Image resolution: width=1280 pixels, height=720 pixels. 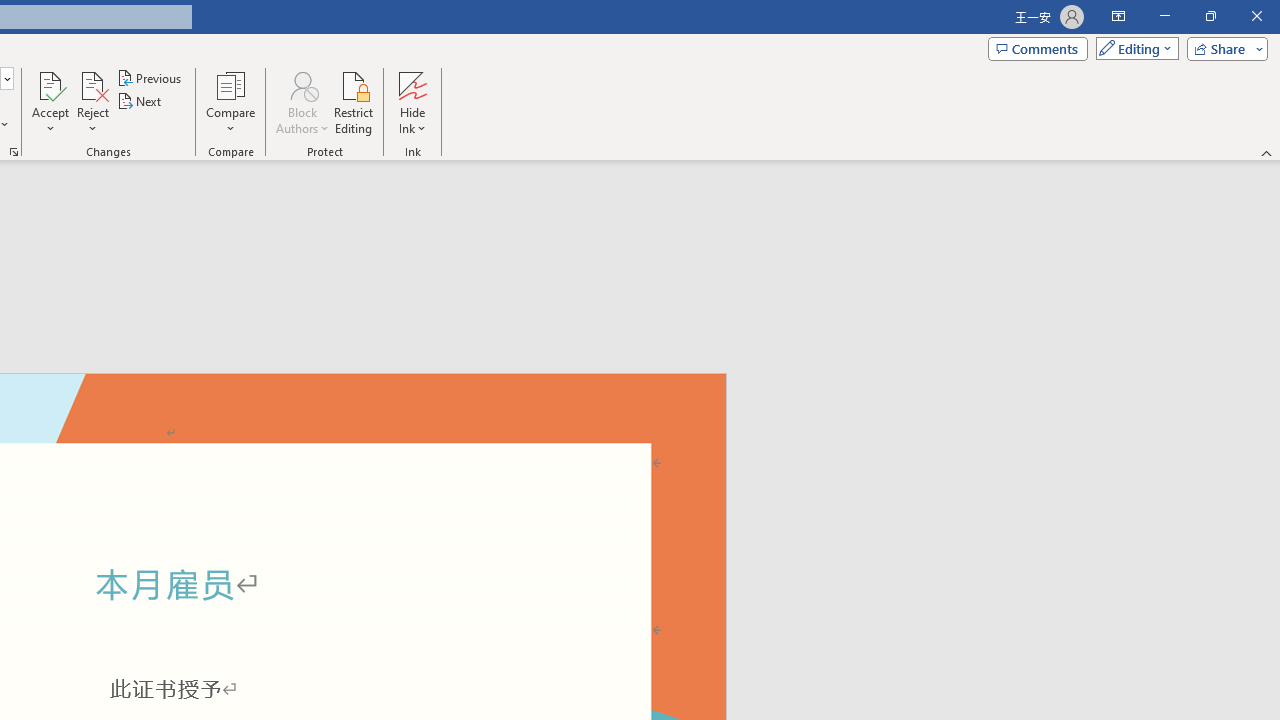 What do you see at coordinates (411, 103) in the screenshot?
I see `'Hide Ink'` at bounding box center [411, 103].